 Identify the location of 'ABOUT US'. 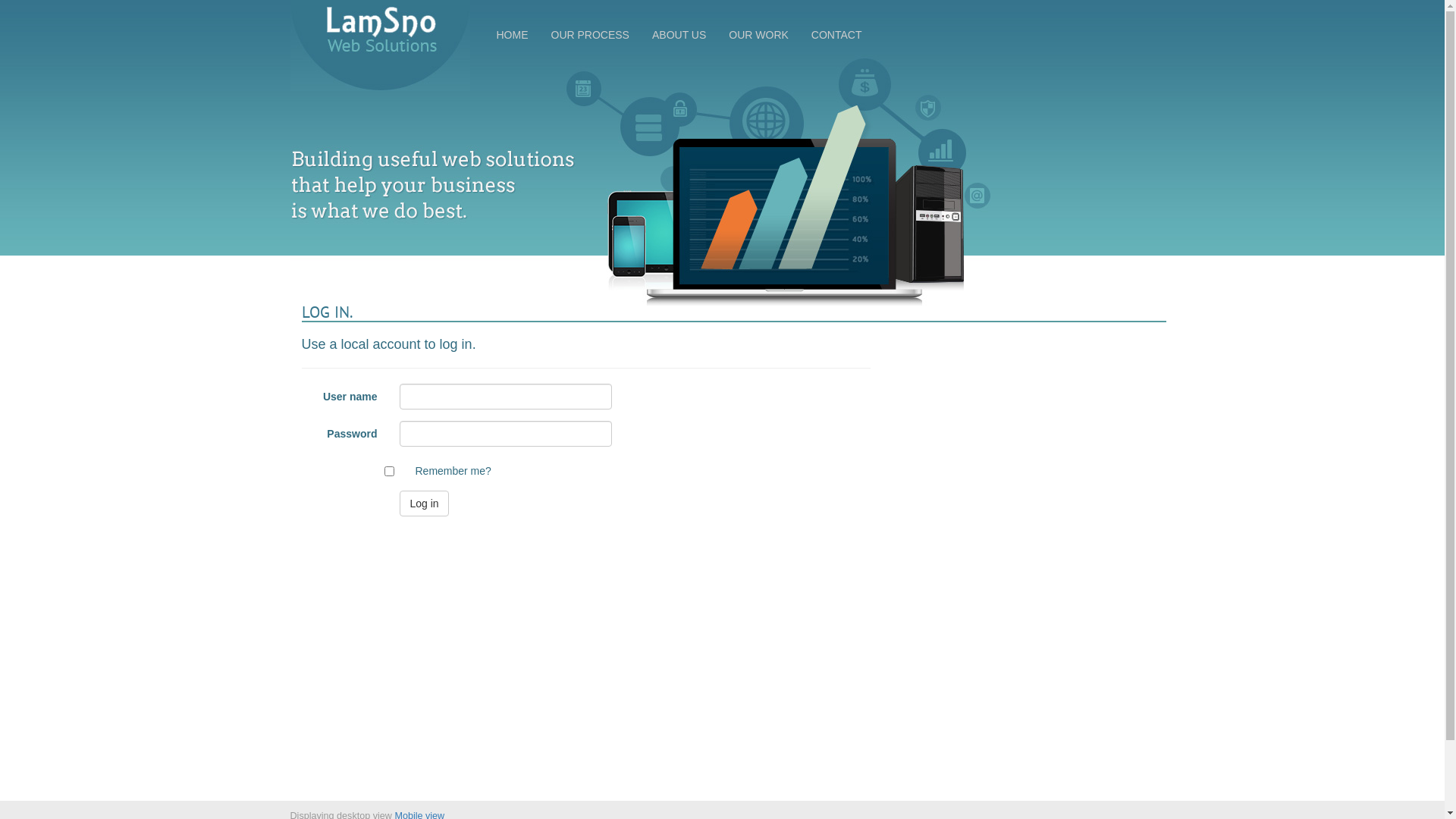
(678, 34).